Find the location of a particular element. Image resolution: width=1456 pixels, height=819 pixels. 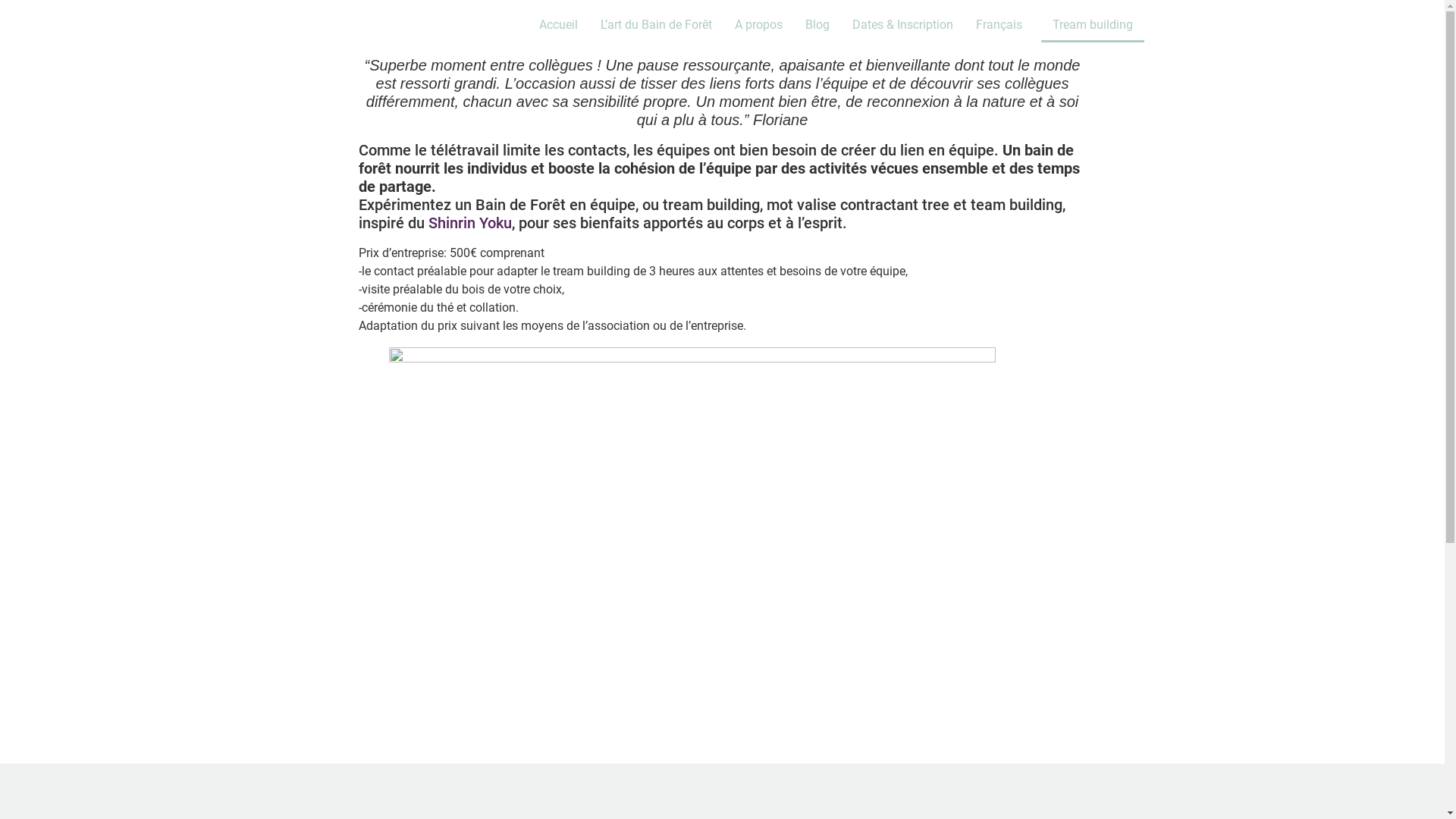

'A propos' is located at coordinates (723, 25).